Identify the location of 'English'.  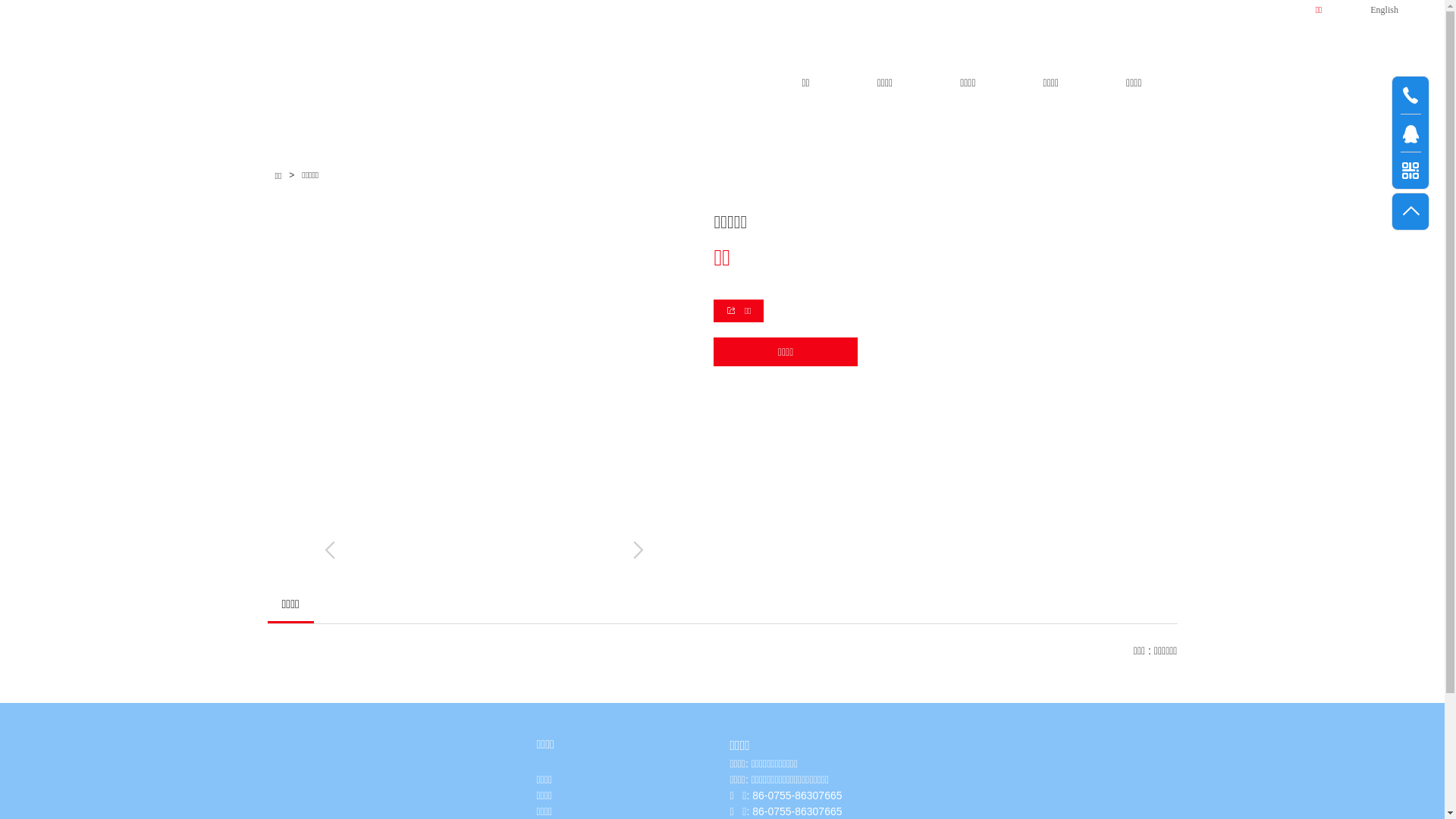
(1336, 8).